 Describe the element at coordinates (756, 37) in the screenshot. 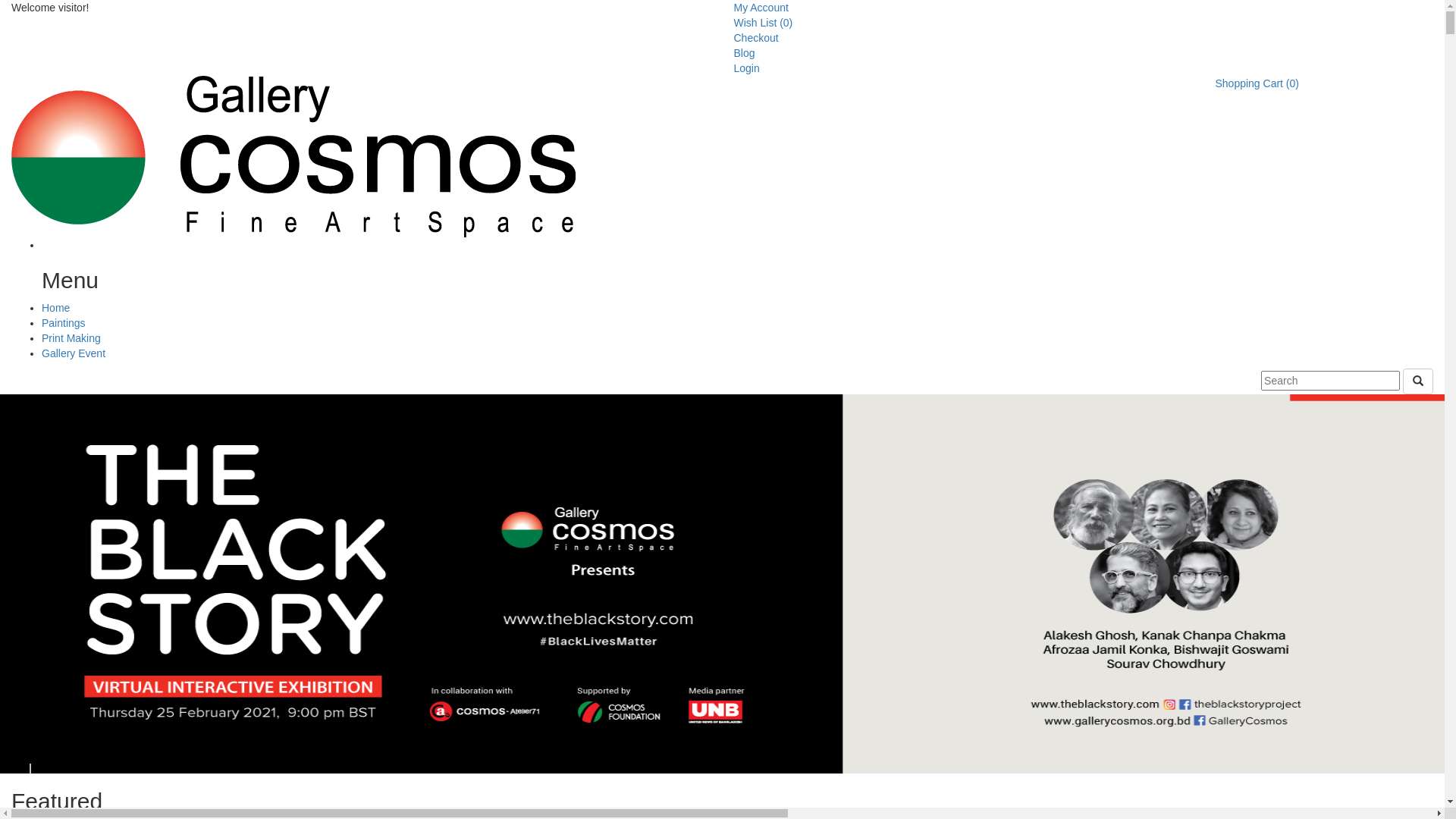

I see `'Checkout'` at that location.